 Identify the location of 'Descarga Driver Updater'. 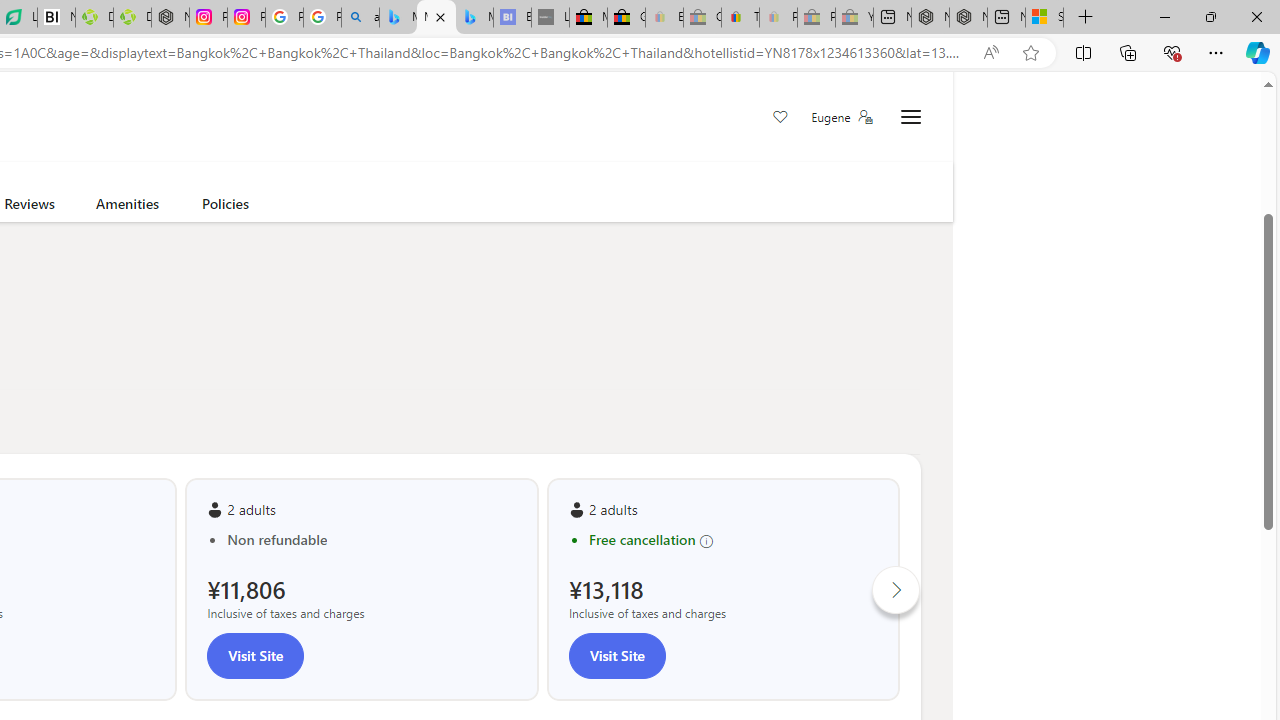
(131, 17).